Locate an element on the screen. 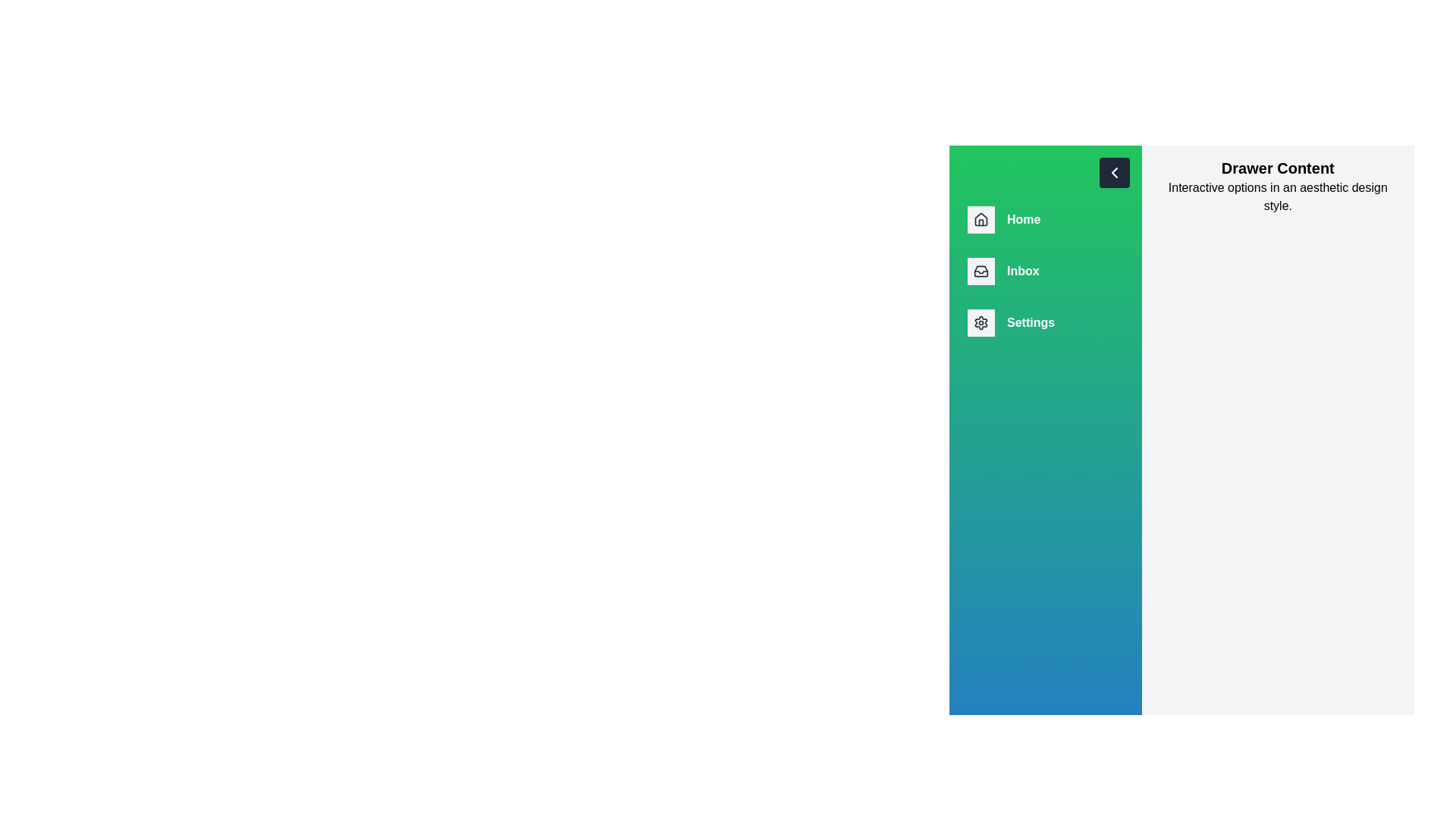 The height and width of the screenshot is (819, 1456). the navigation item Home from the drawer is located at coordinates (1043, 219).